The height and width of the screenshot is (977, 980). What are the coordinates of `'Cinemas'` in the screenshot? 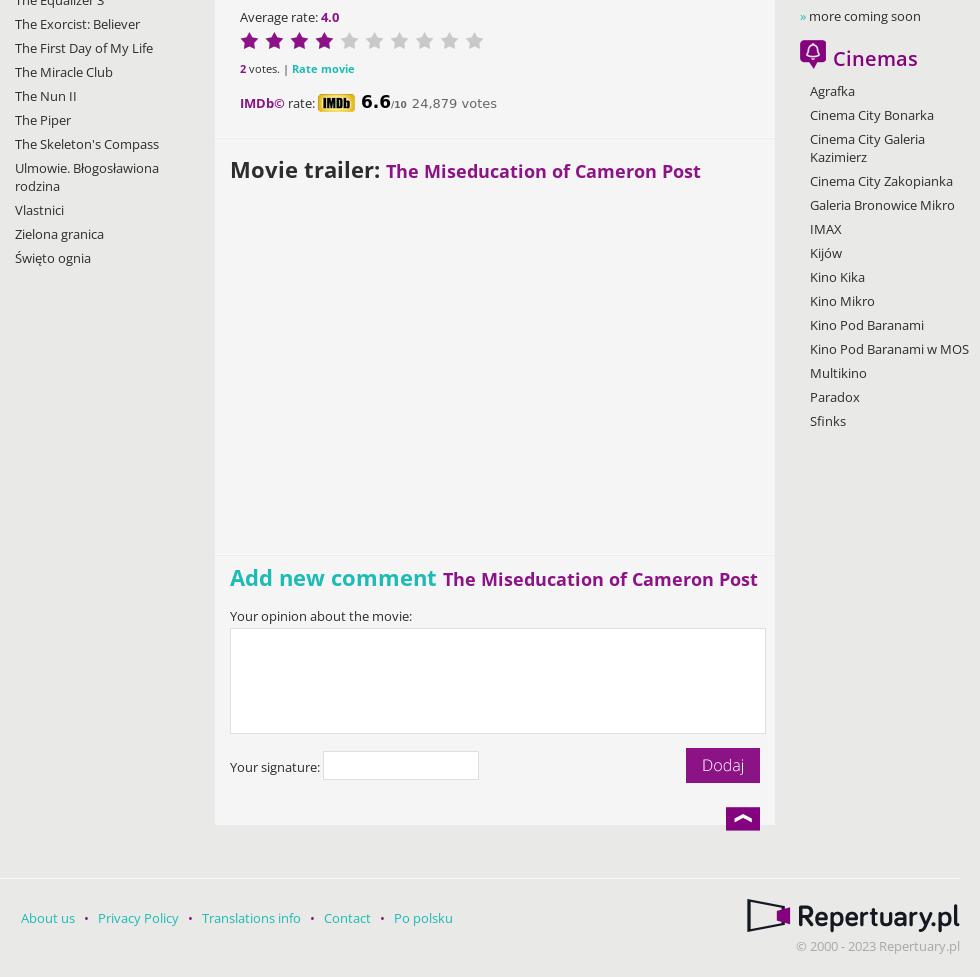 It's located at (833, 58).